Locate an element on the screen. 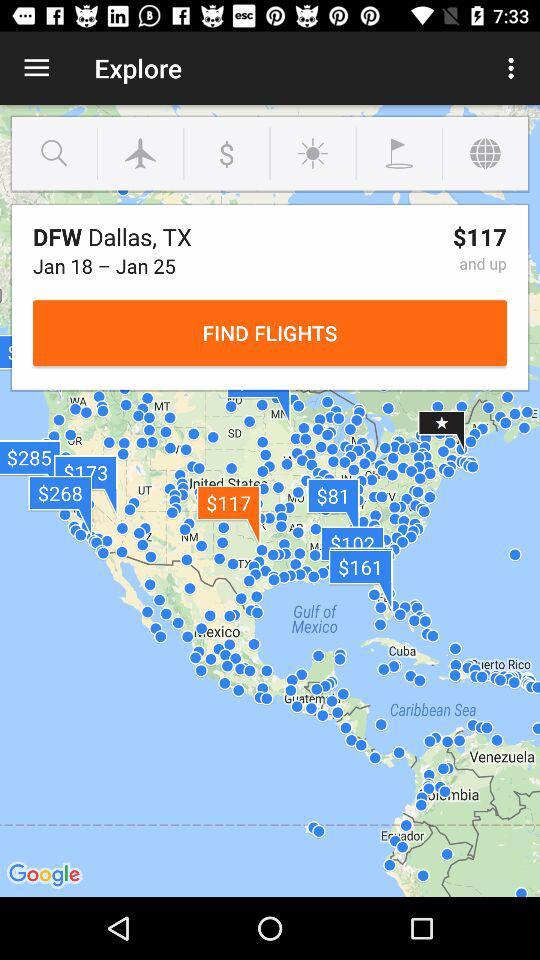 The width and height of the screenshot is (540, 960). the icon to the right of the explore is located at coordinates (513, 68).